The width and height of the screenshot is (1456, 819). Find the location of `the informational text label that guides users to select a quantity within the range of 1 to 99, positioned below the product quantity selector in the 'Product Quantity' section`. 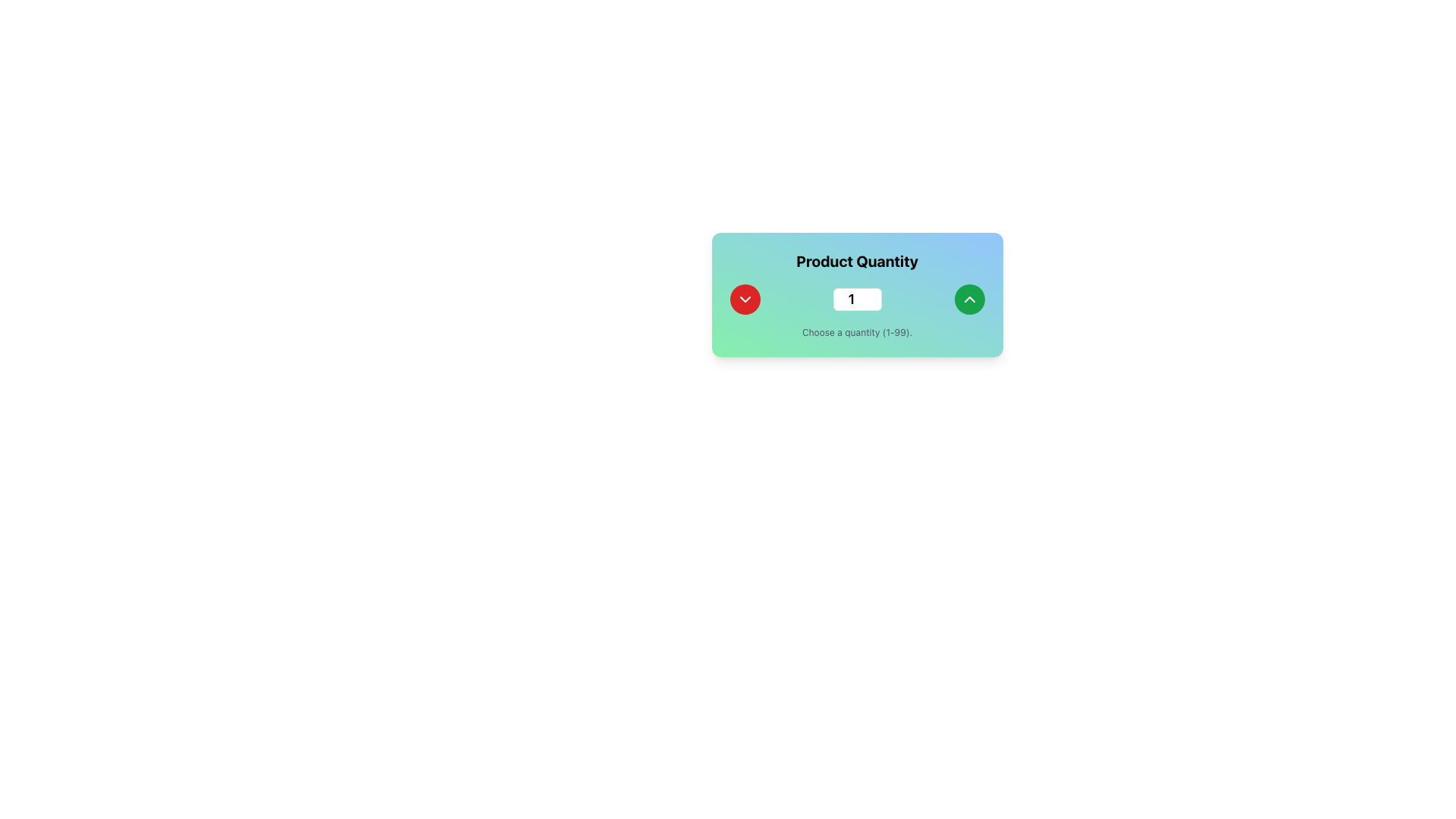

the informational text label that guides users to select a quantity within the range of 1 to 99, positioned below the product quantity selector in the 'Product Quantity' section is located at coordinates (857, 332).